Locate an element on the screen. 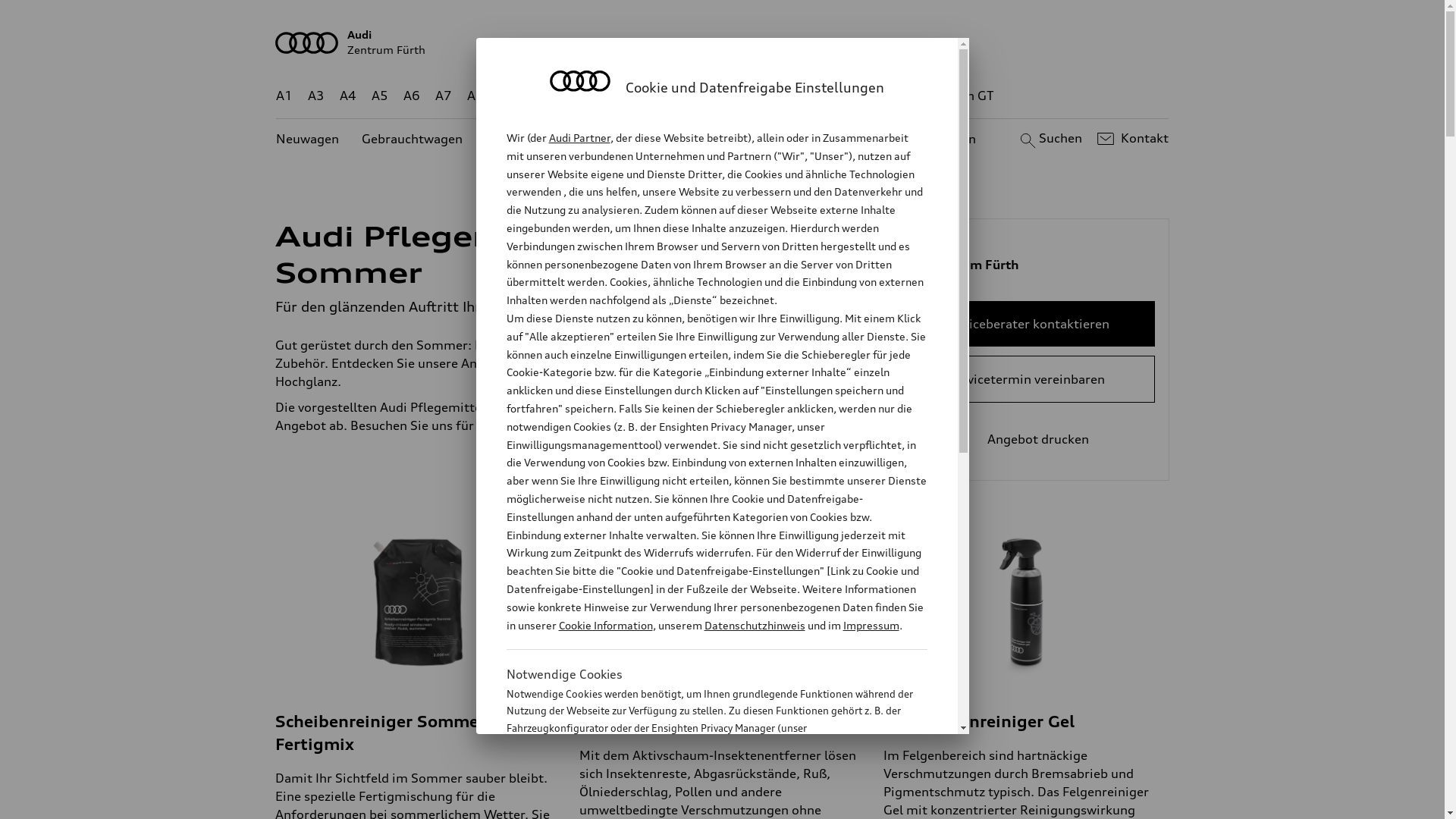 The height and width of the screenshot is (819, 1456). 'Cookie Information' is located at coordinates (699, 802).